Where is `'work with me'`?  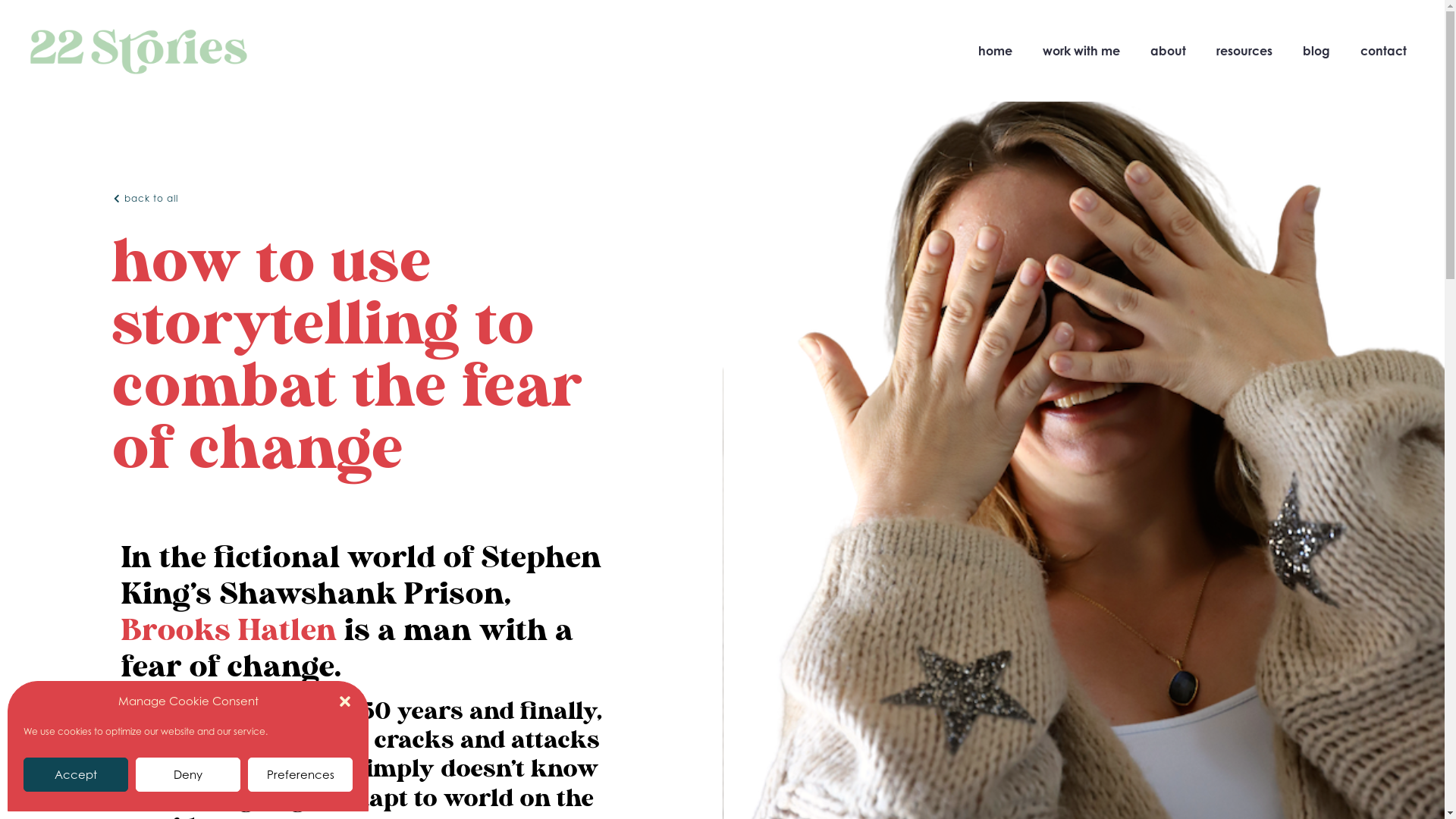
'work with me' is located at coordinates (1080, 49).